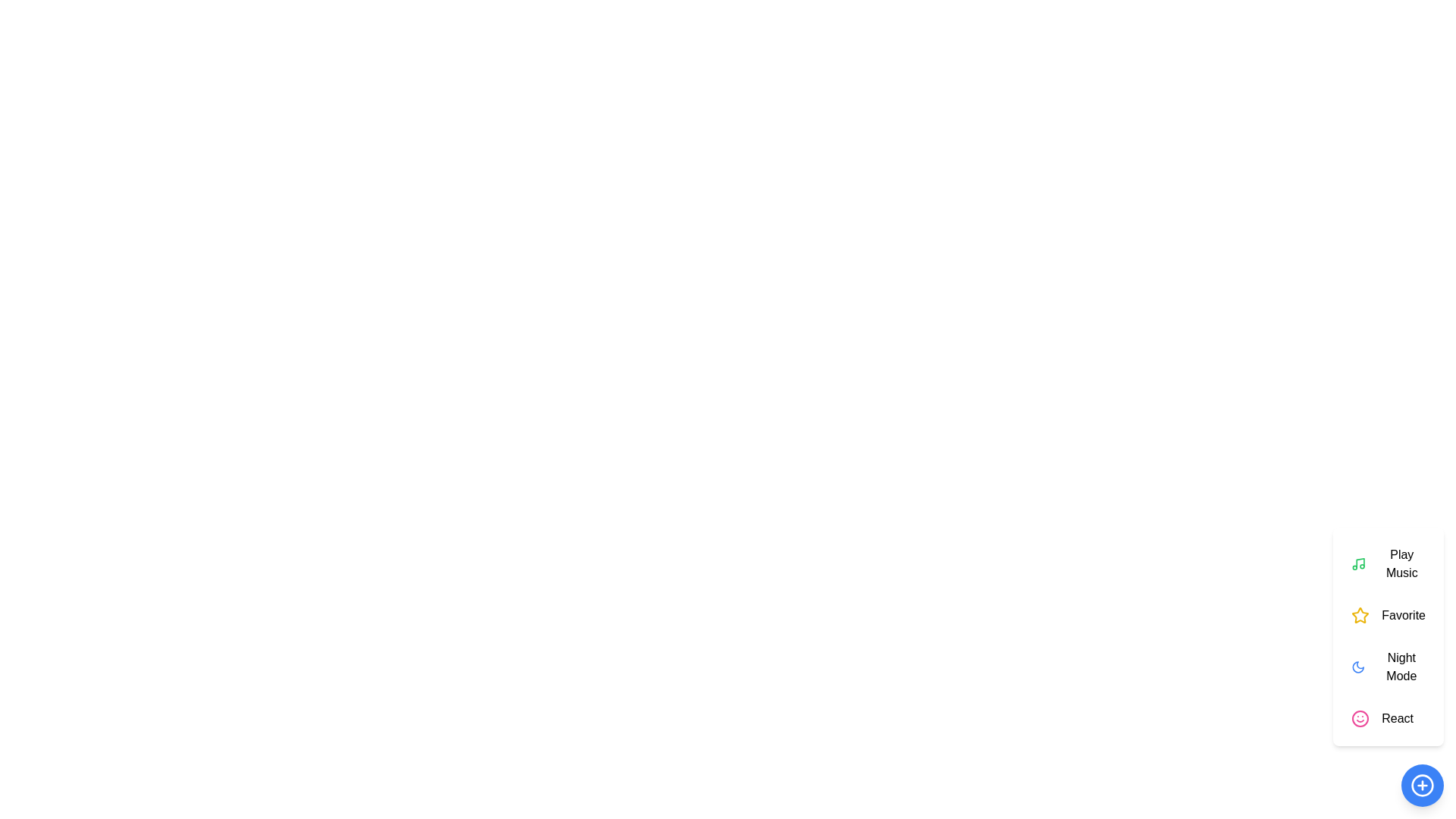 The height and width of the screenshot is (819, 1456). I want to click on main toggle button to toggle the visibility of the actions, so click(1422, 785).